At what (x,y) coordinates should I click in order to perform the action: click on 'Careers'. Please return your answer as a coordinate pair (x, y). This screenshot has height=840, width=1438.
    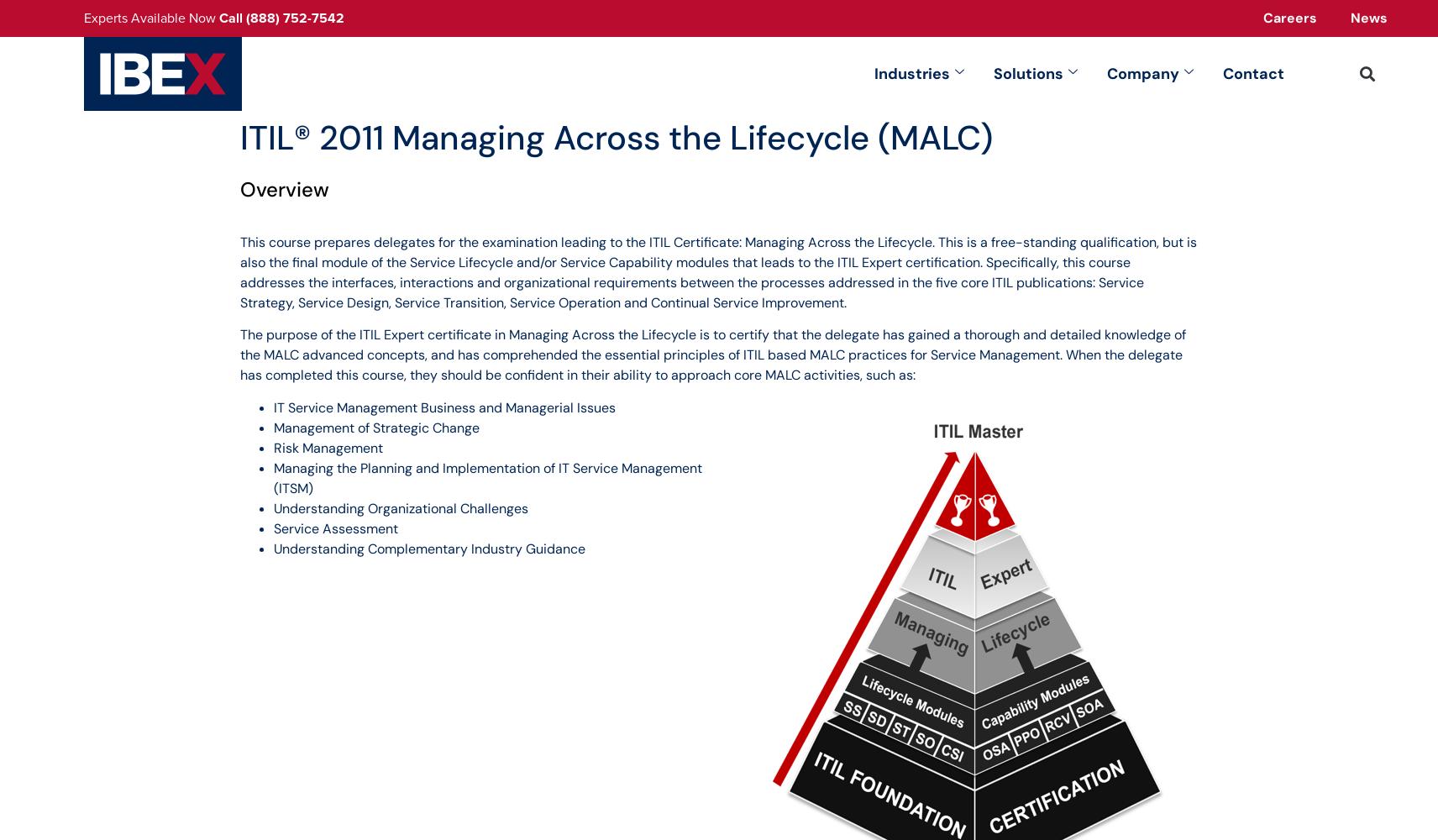
    Looking at the image, I should click on (1290, 18).